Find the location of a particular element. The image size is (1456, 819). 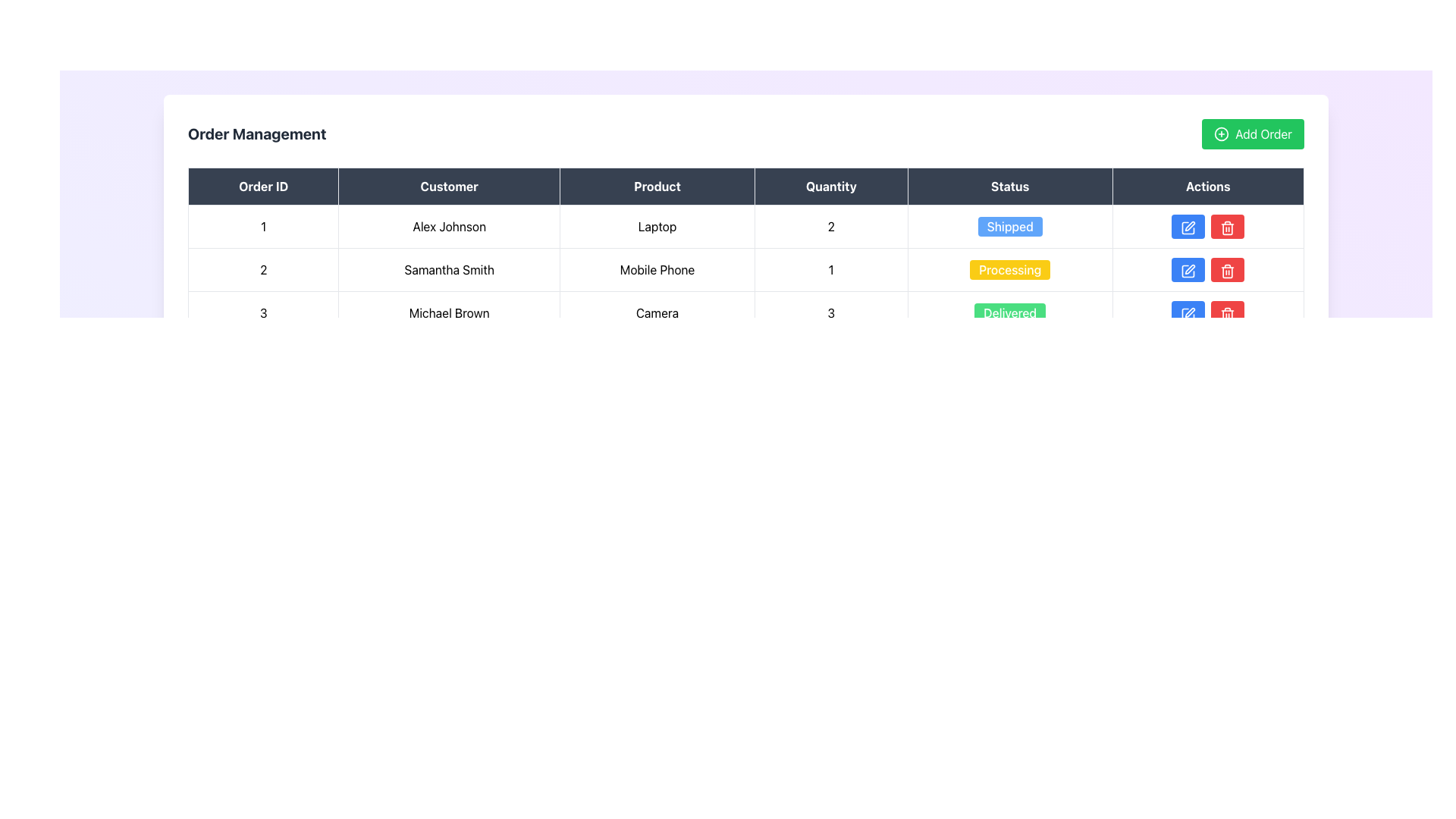

the text label displaying 'Michael Brown' in the second column of the table under 'Customer' for Order ID 3 is located at coordinates (448, 312).